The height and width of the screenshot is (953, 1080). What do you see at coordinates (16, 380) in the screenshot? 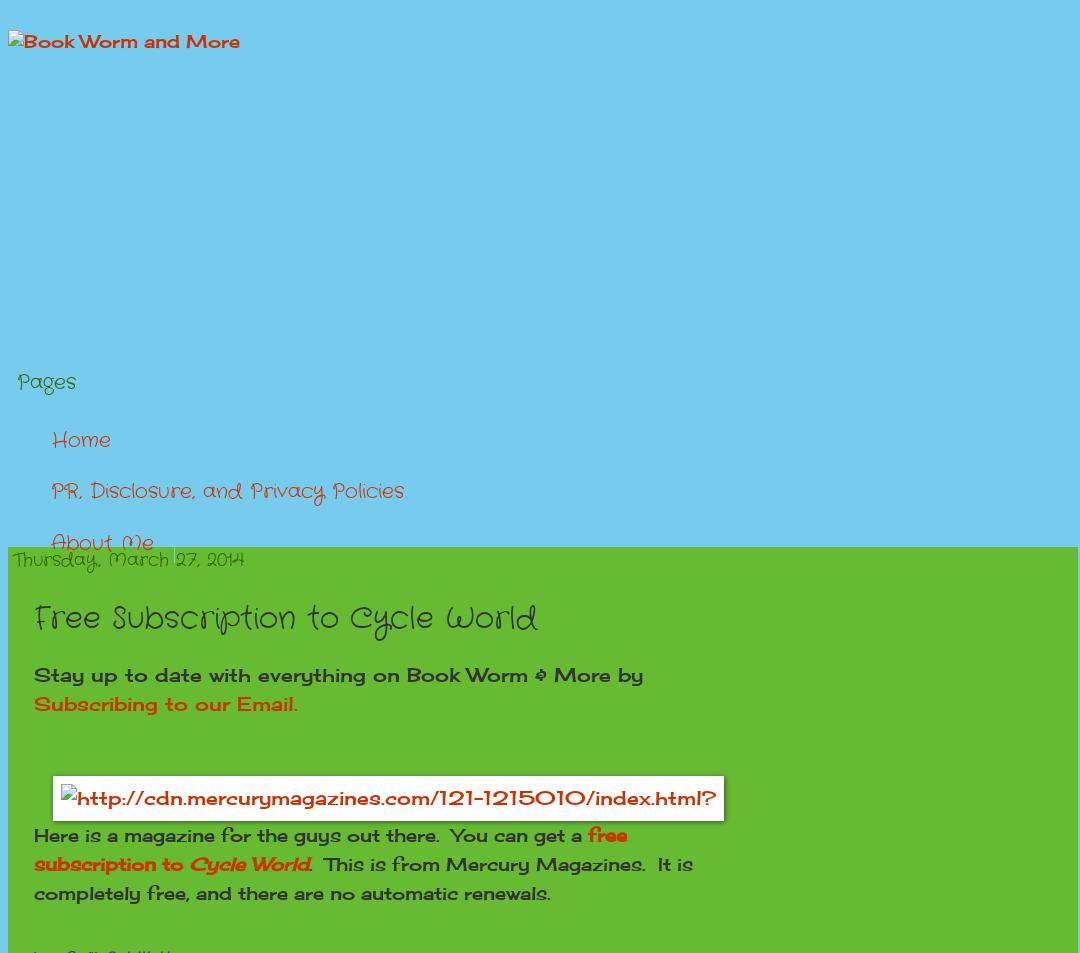
I see `'Pages'` at bounding box center [16, 380].